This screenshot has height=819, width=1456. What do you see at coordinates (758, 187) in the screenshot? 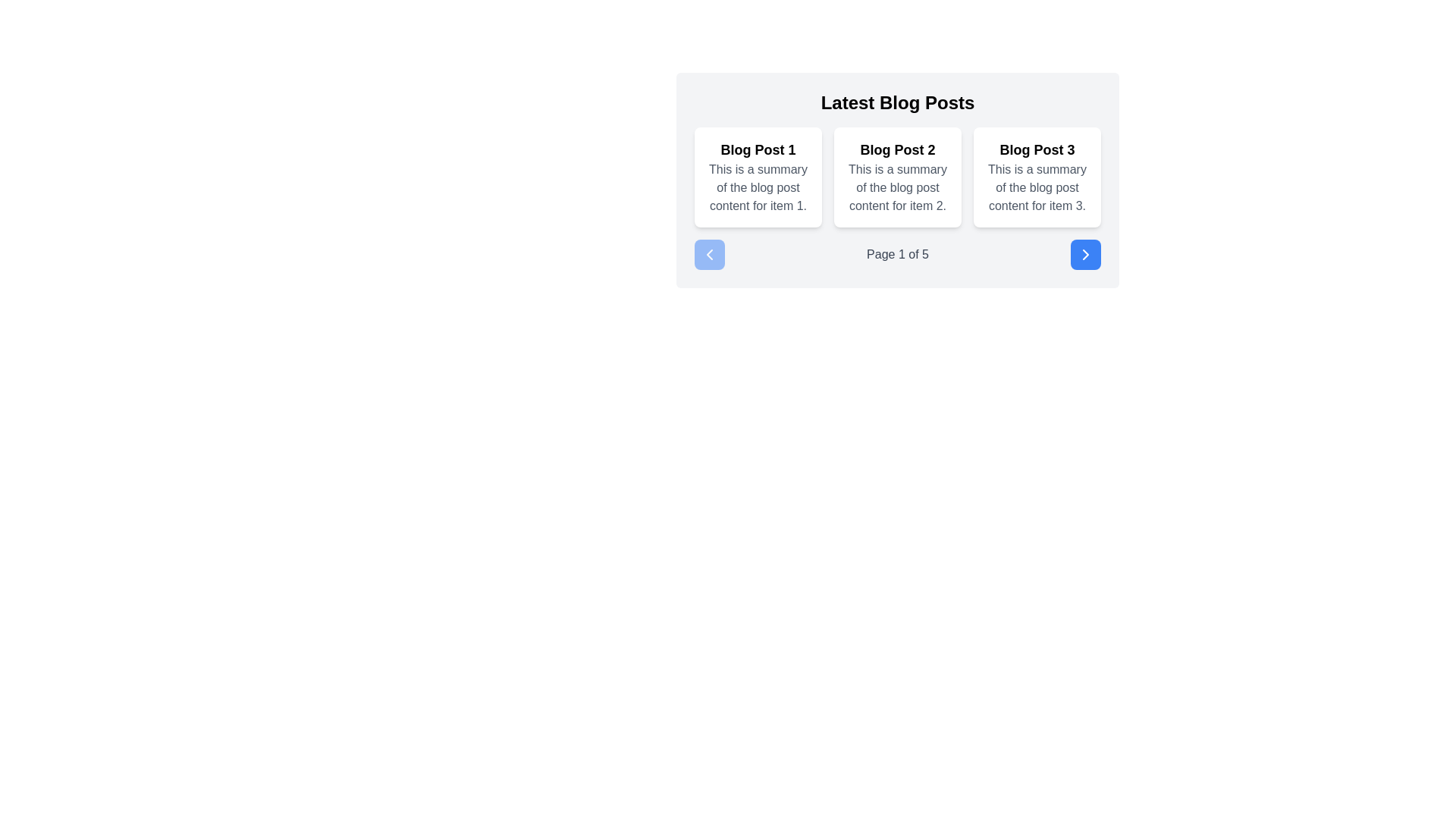
I see `the text label displaying 'This is a summary of the blog post content for item 1.' located within the card titled 'Blog Post 1'` at bounding box center [758, 187].